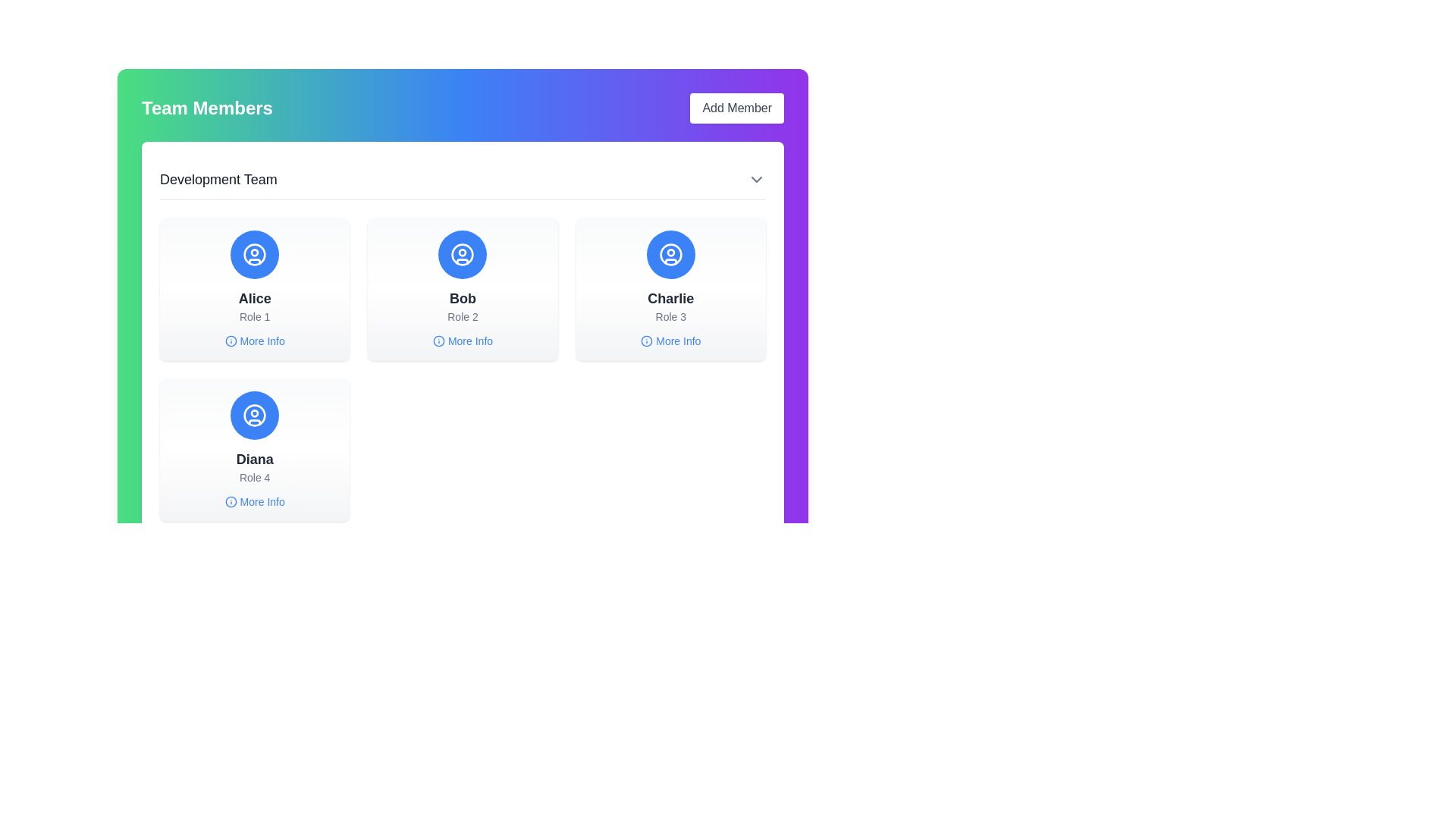 This screenshot has width=1456, height=819. Describe the element at coordinates (255, 253) in the screenshot. I see `the user silhouette icon within the blue circular button located in the 'Alice, Role 1' card in the 'Development Team' section` at that location.